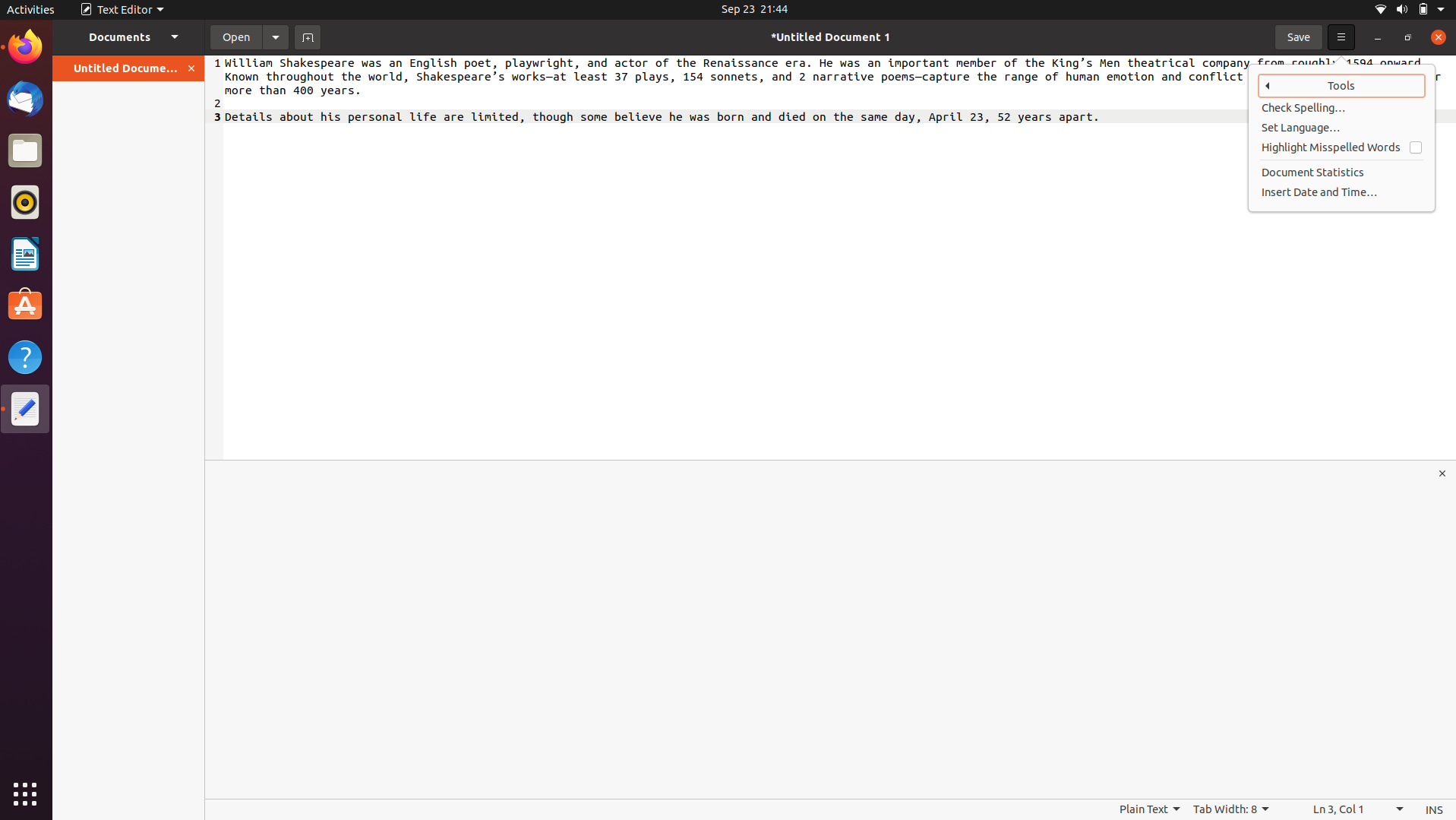  What do you see at coordinates (1443, 473) in the screenshot?
I see `Increase the size of the editor` at bounding box center [1443, 473].